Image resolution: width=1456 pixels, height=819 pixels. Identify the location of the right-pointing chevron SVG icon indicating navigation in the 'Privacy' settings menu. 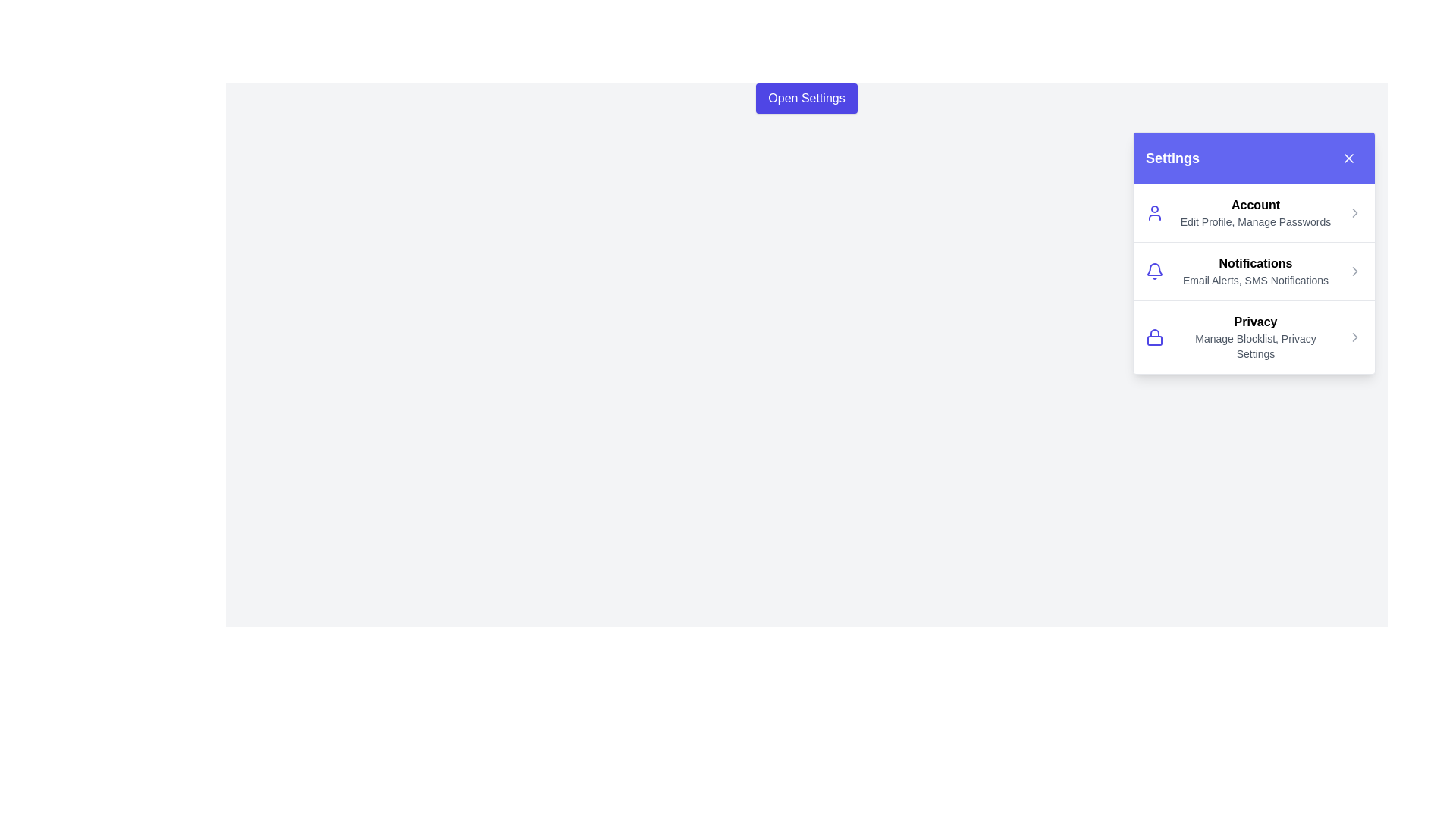
(1354, 336).